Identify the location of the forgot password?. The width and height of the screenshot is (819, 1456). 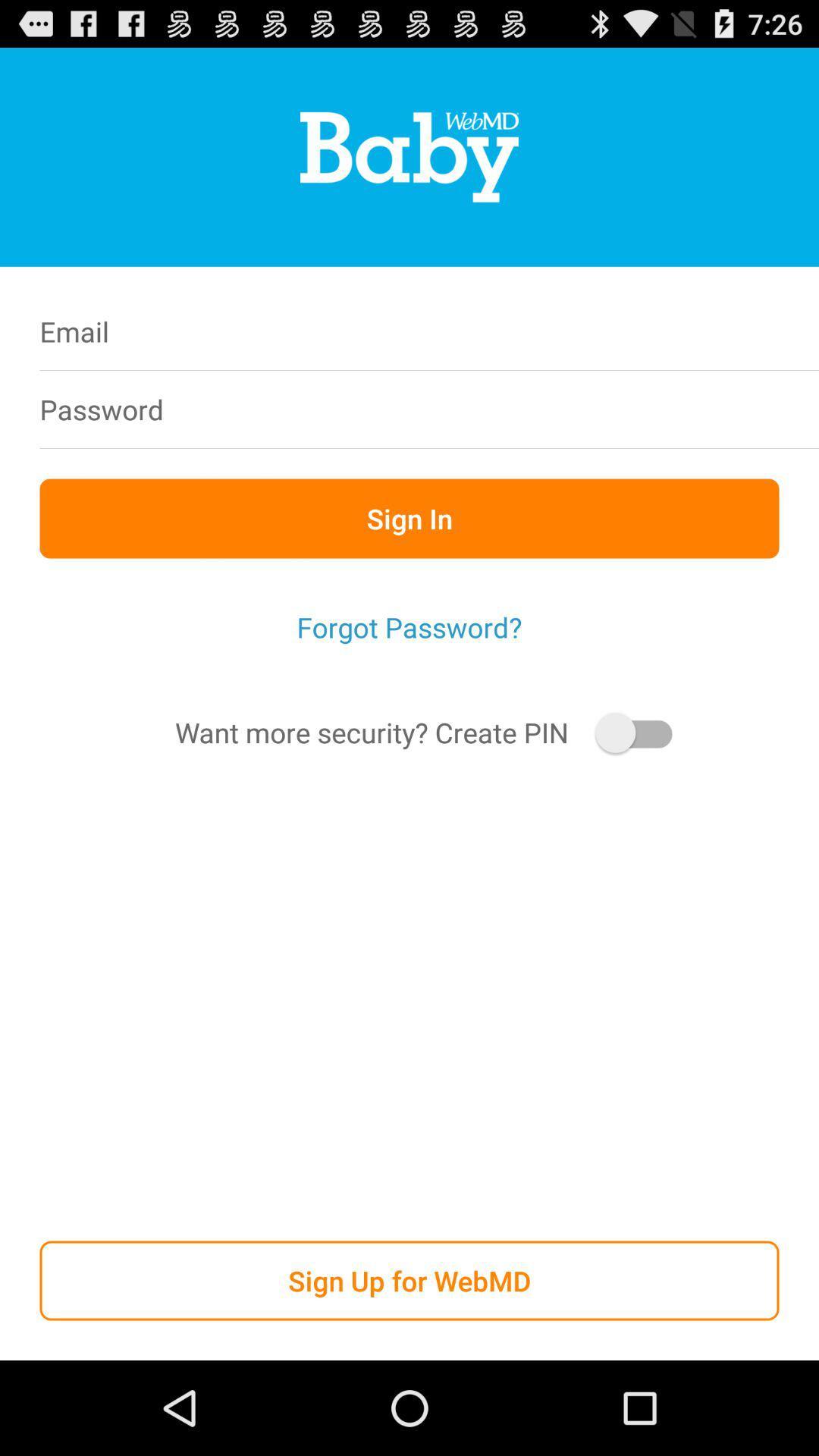
(409, 627).